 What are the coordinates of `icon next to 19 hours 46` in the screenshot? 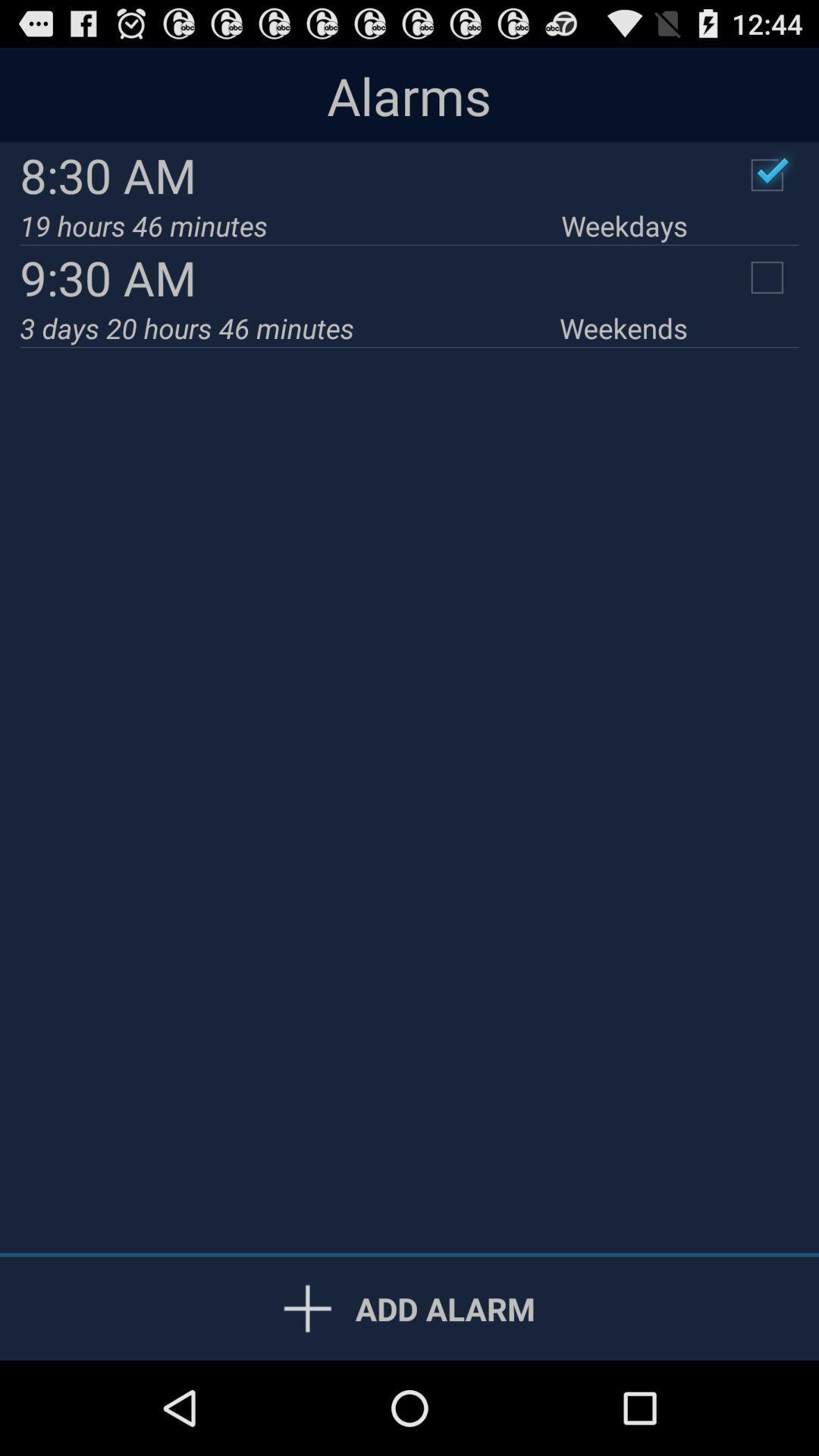 It's located at (624, 224).